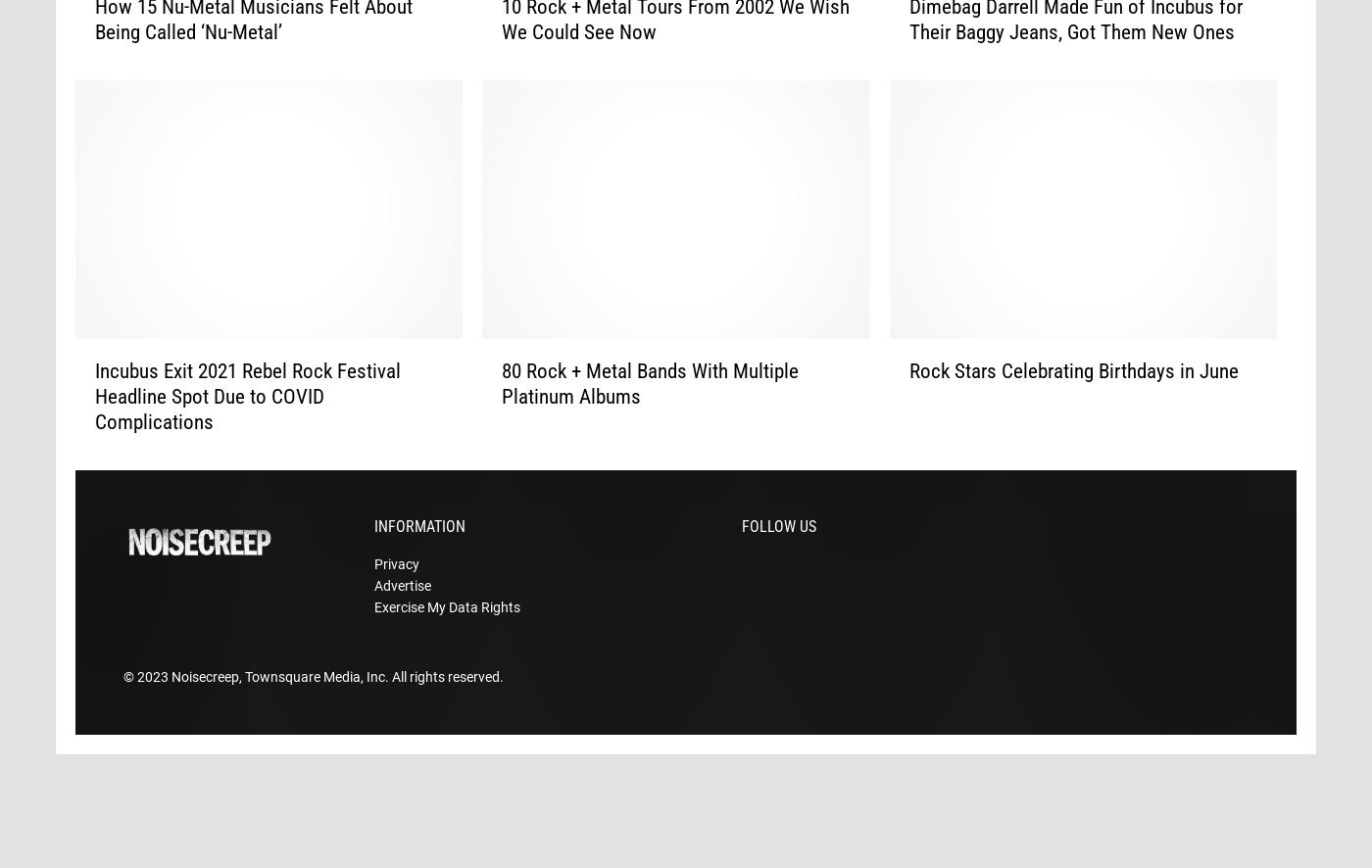  What do you see at coordinates (779, 556) in the screenshot?
I see `'Follow Us'` at bounding box center [779, 556].